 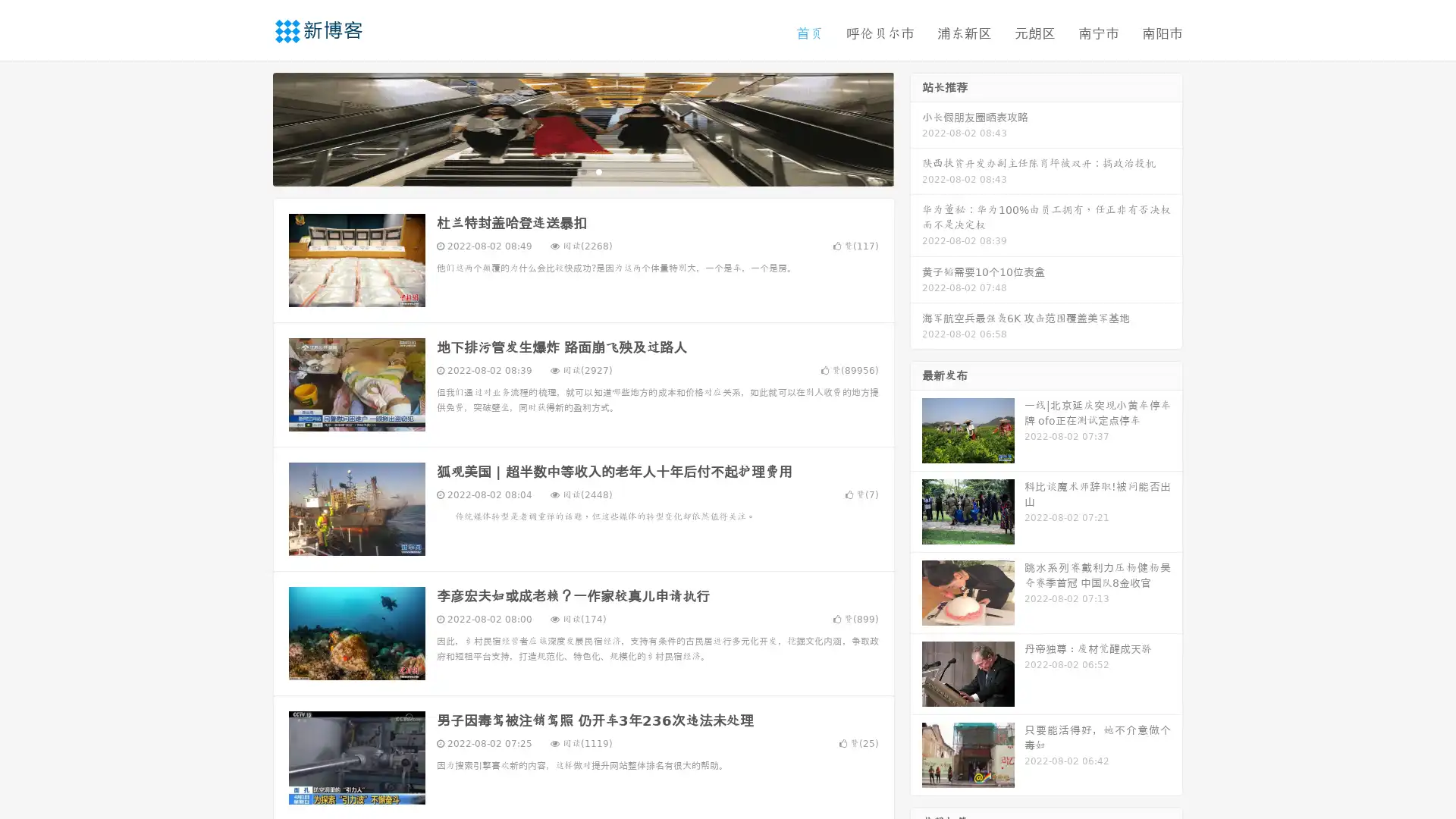 I want to click on Previous slide, so click(x=250, y=127).